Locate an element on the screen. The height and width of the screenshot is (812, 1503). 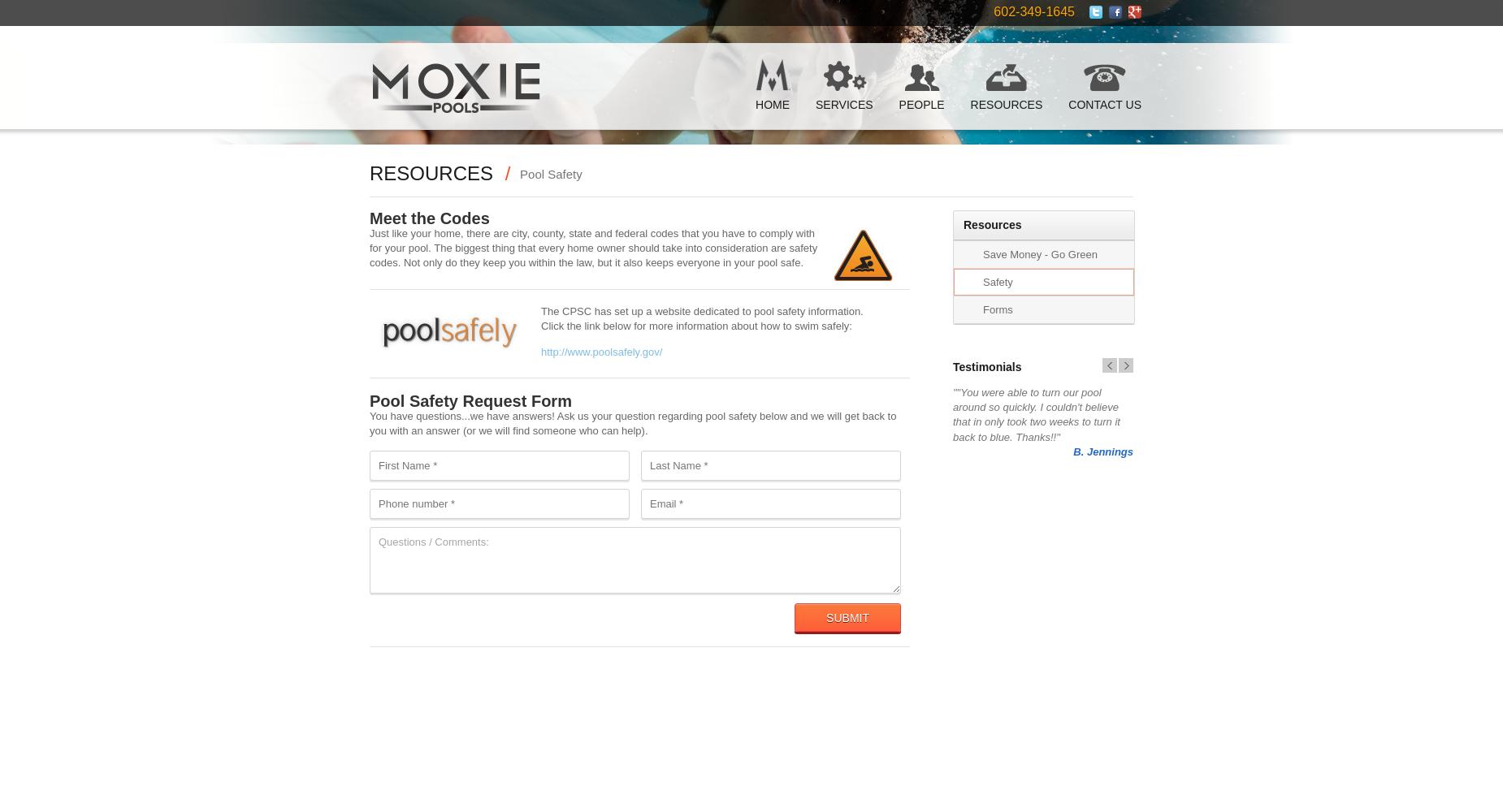
'resources' is located at coordinates (431, 172).